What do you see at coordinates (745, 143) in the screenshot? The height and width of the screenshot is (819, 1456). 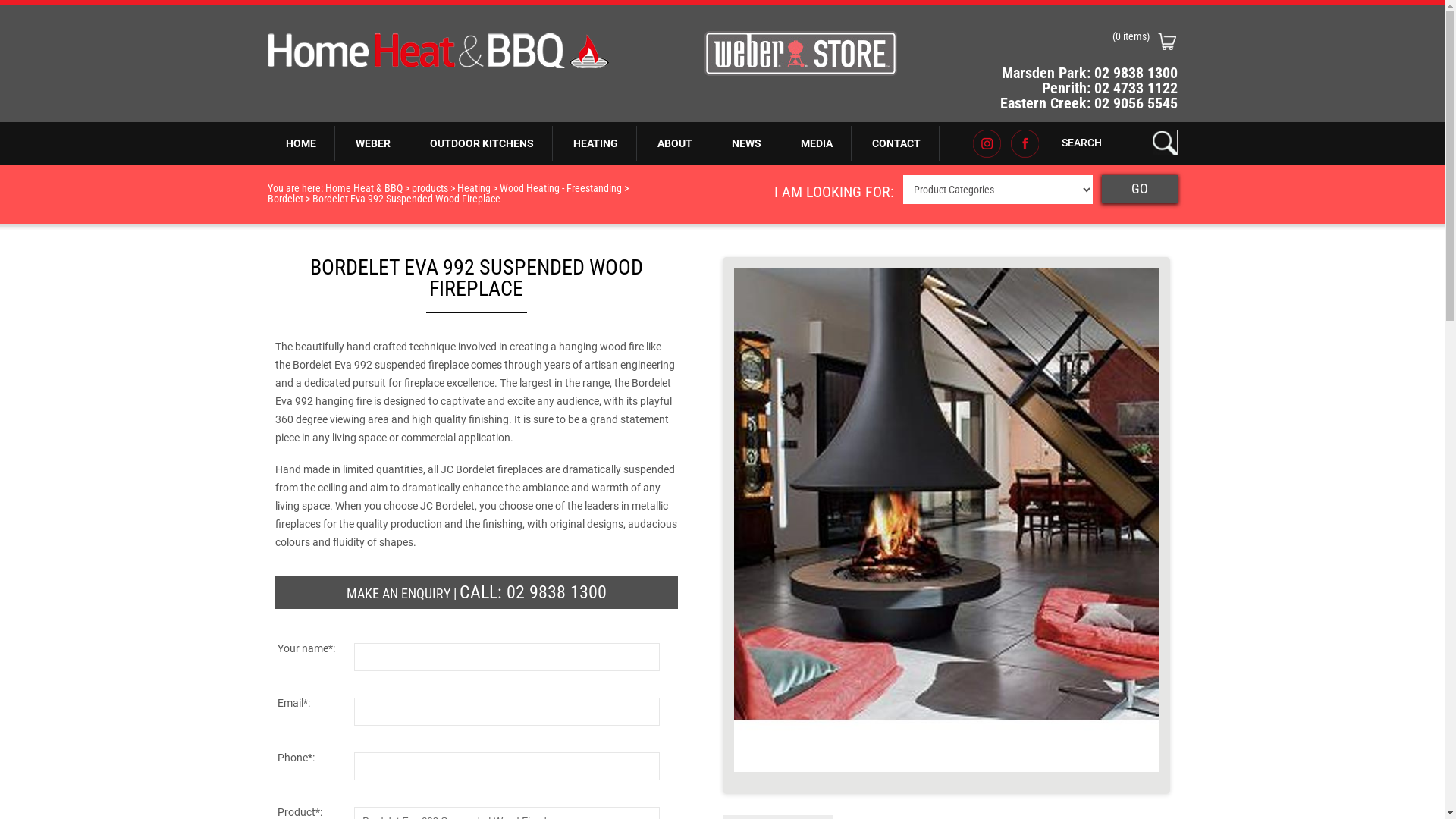 I see `'NEWS'` at bounding box center [745, 143].